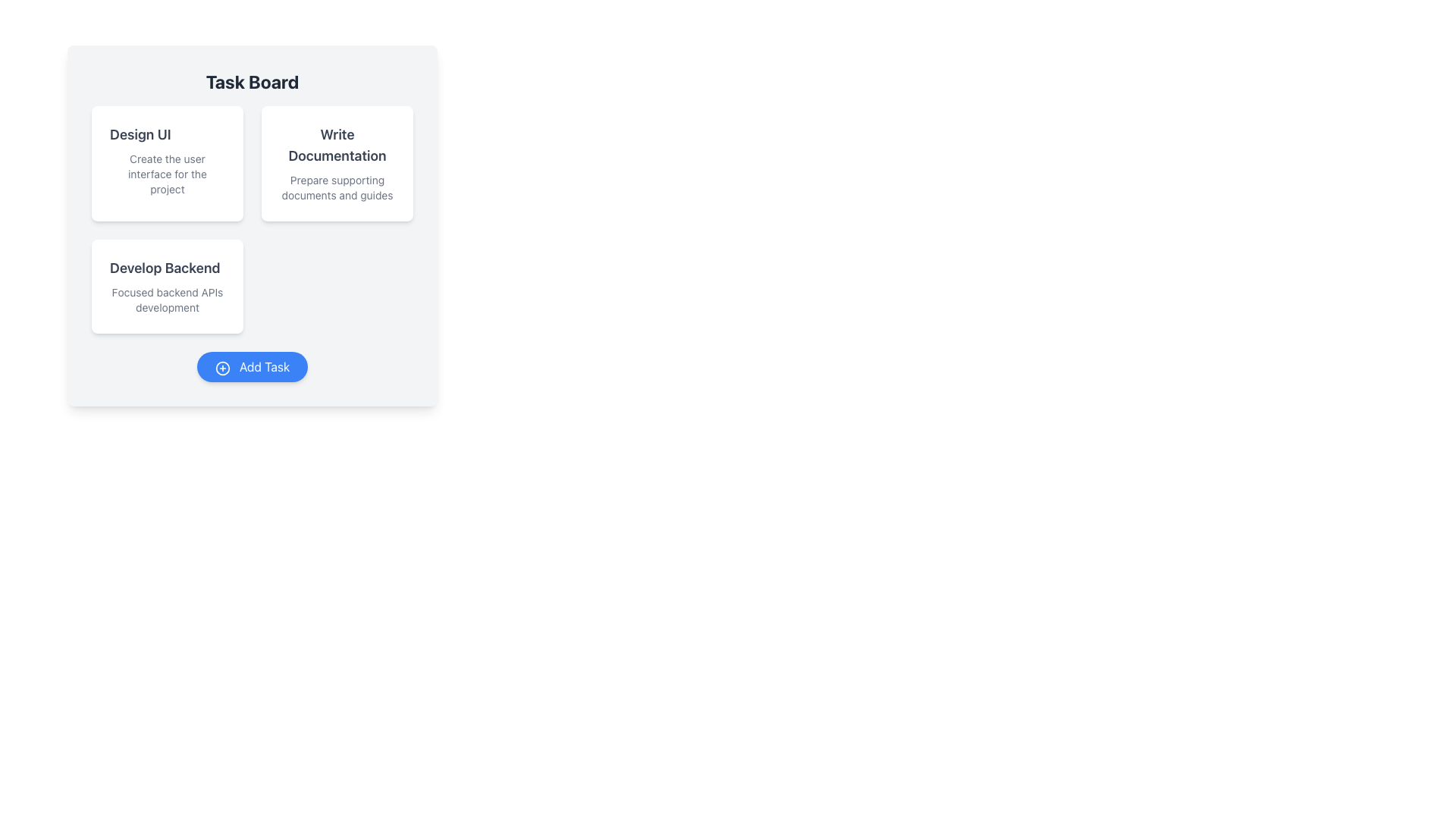 This screenshot has height=819, width=1456. What do you see at coordinates (167, 164) in the screenshot?
I see `the 'Design UI' informational card` at bounding box center [167, 164].